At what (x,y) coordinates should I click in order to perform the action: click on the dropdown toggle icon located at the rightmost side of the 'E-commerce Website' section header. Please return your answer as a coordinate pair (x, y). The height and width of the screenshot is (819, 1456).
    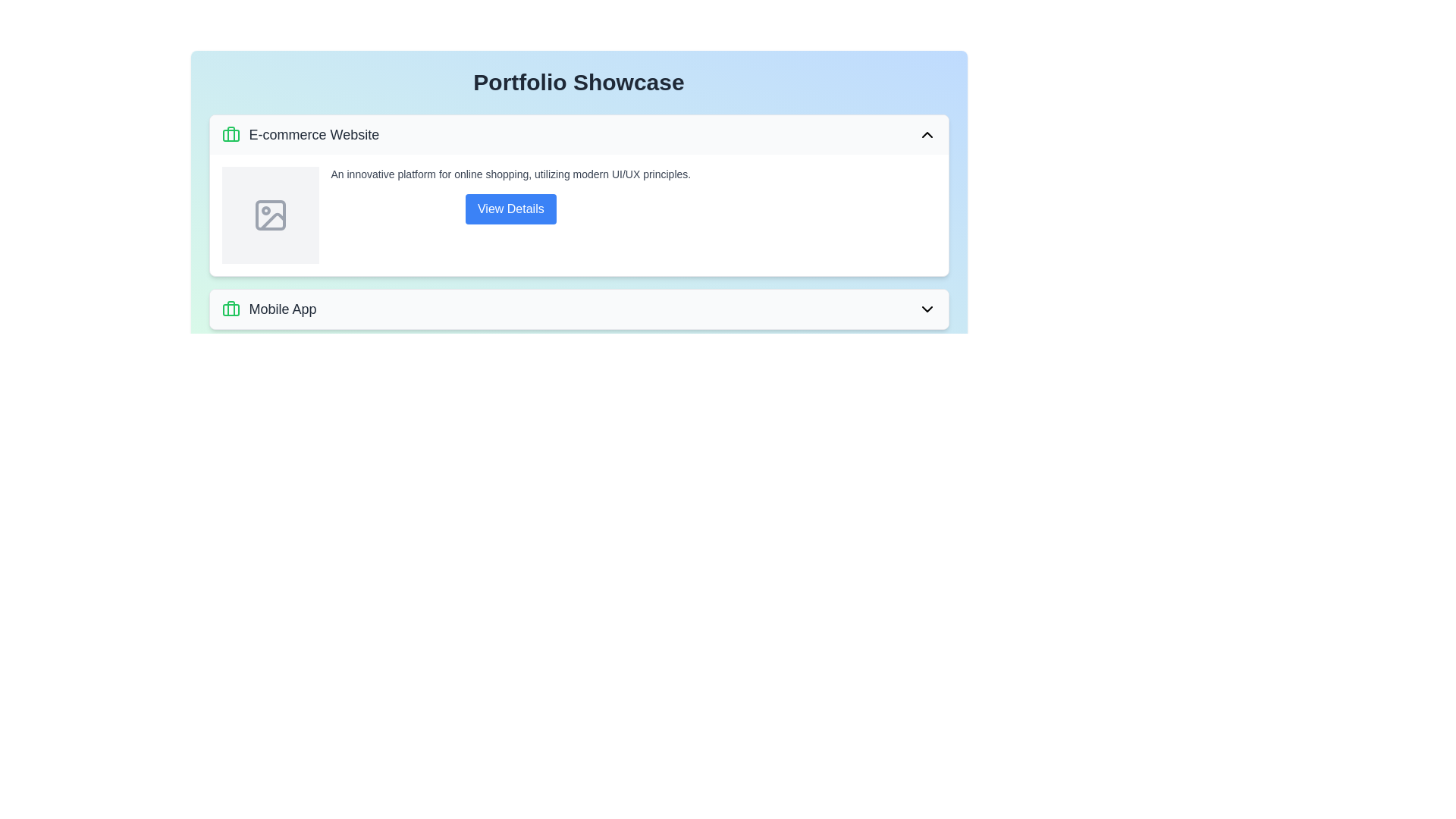
    Looking at the image, I should click on (926, 133).